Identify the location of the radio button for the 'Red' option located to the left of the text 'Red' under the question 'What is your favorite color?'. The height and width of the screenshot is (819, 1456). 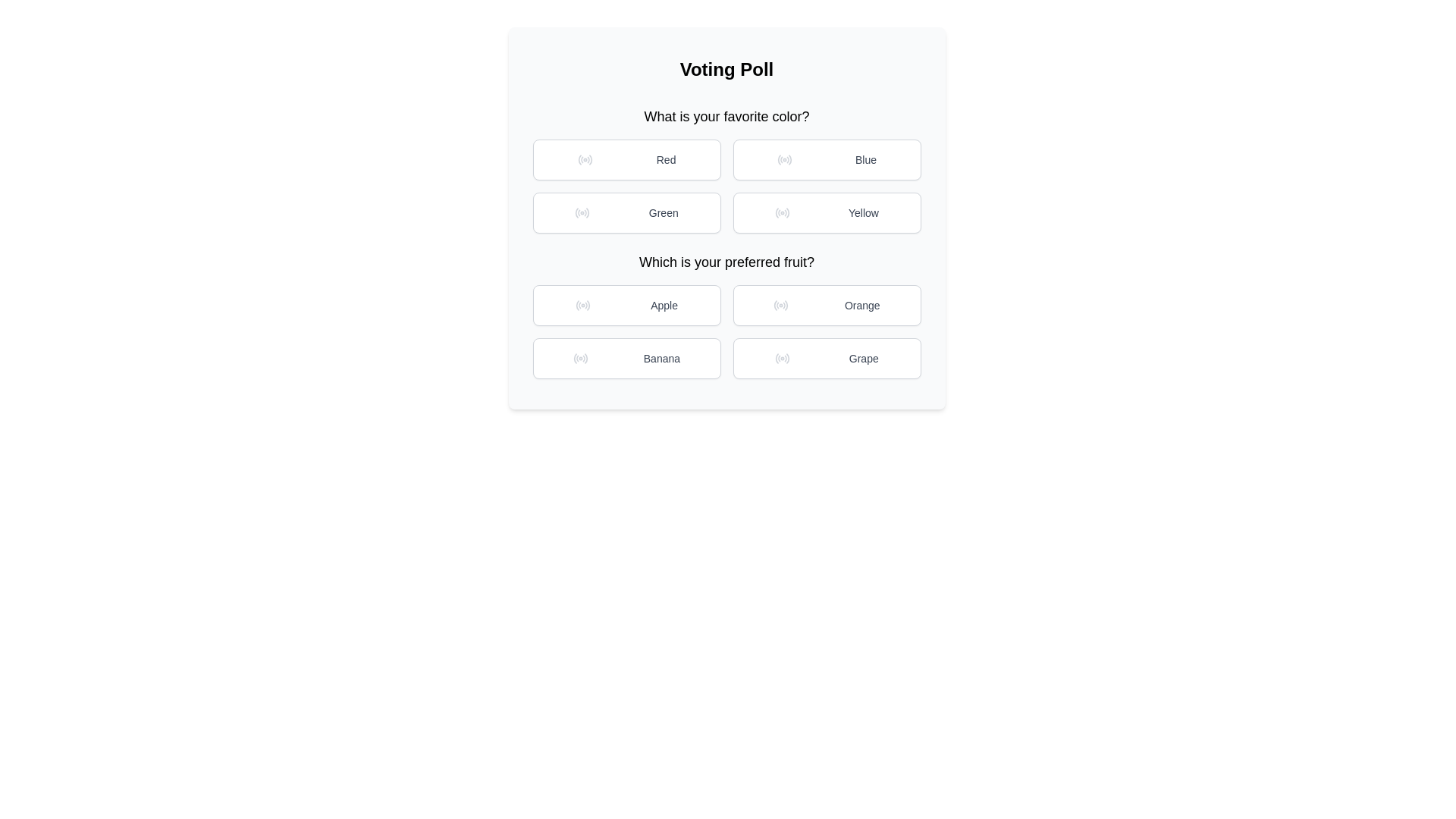
(584, 160).